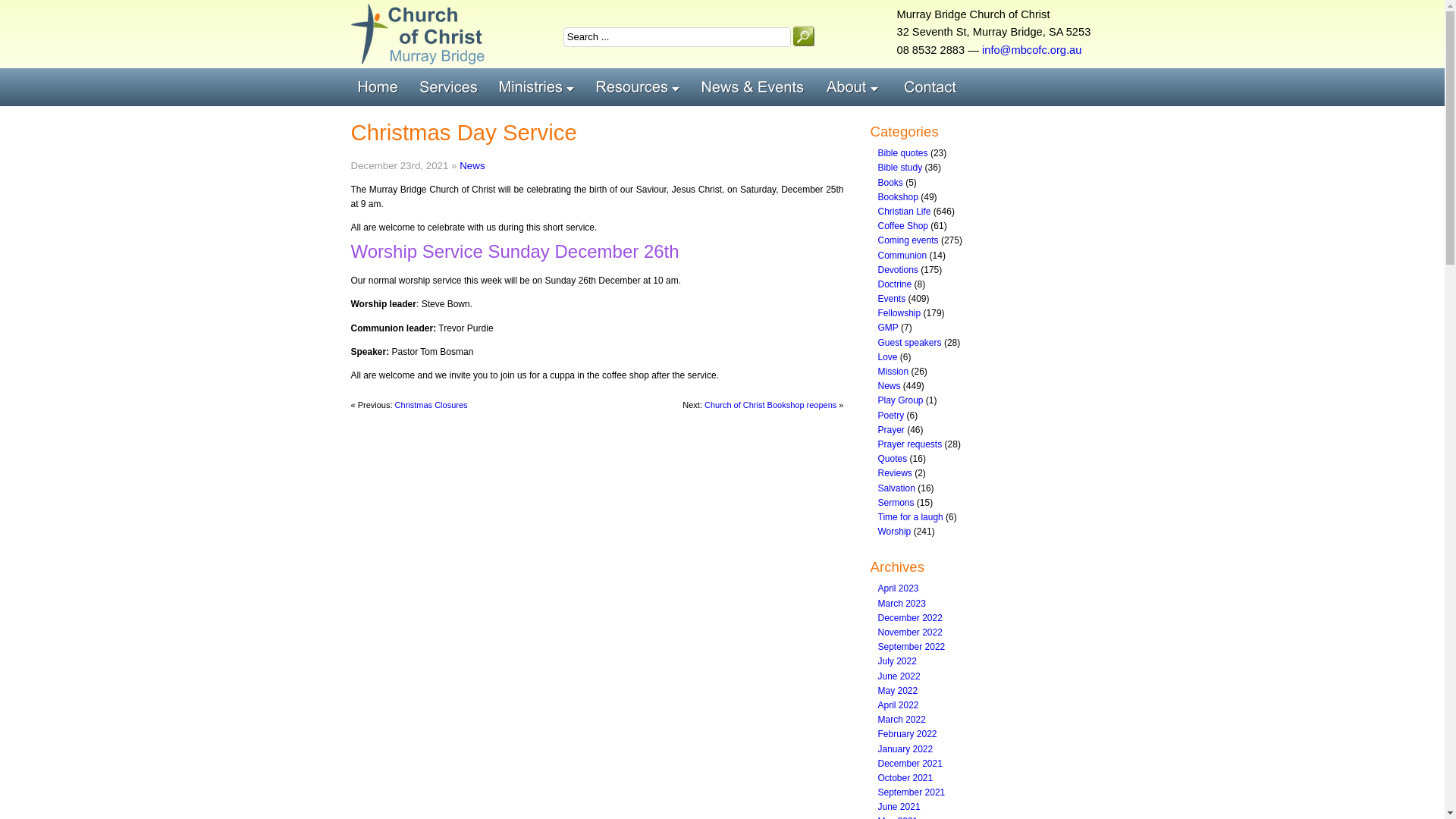 The image size is (1456, 819). I want to click on 'July 2022', so click(897, 660).